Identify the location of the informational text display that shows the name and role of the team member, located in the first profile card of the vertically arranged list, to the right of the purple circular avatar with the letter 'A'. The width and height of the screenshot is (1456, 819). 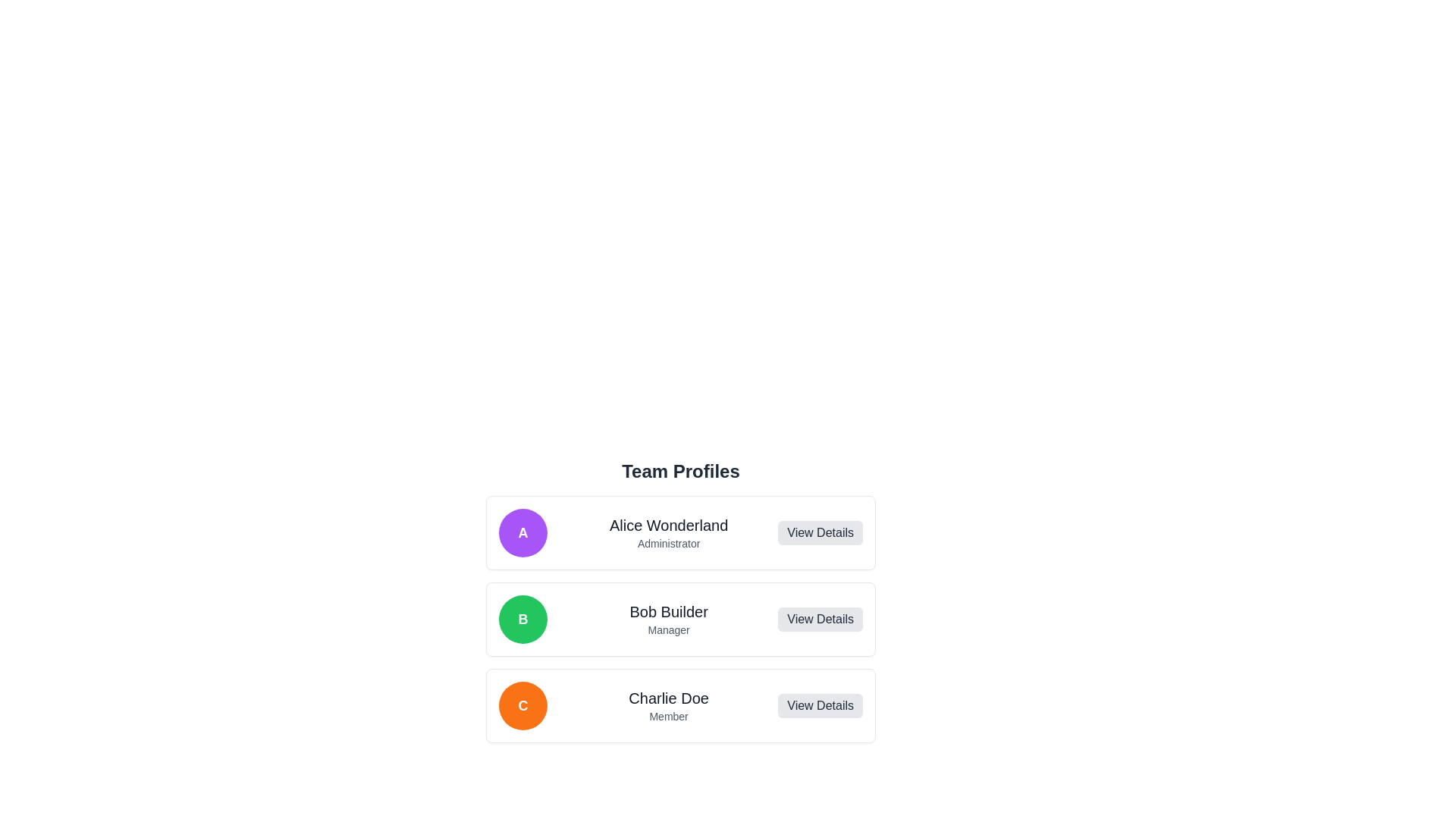
(668, 532).